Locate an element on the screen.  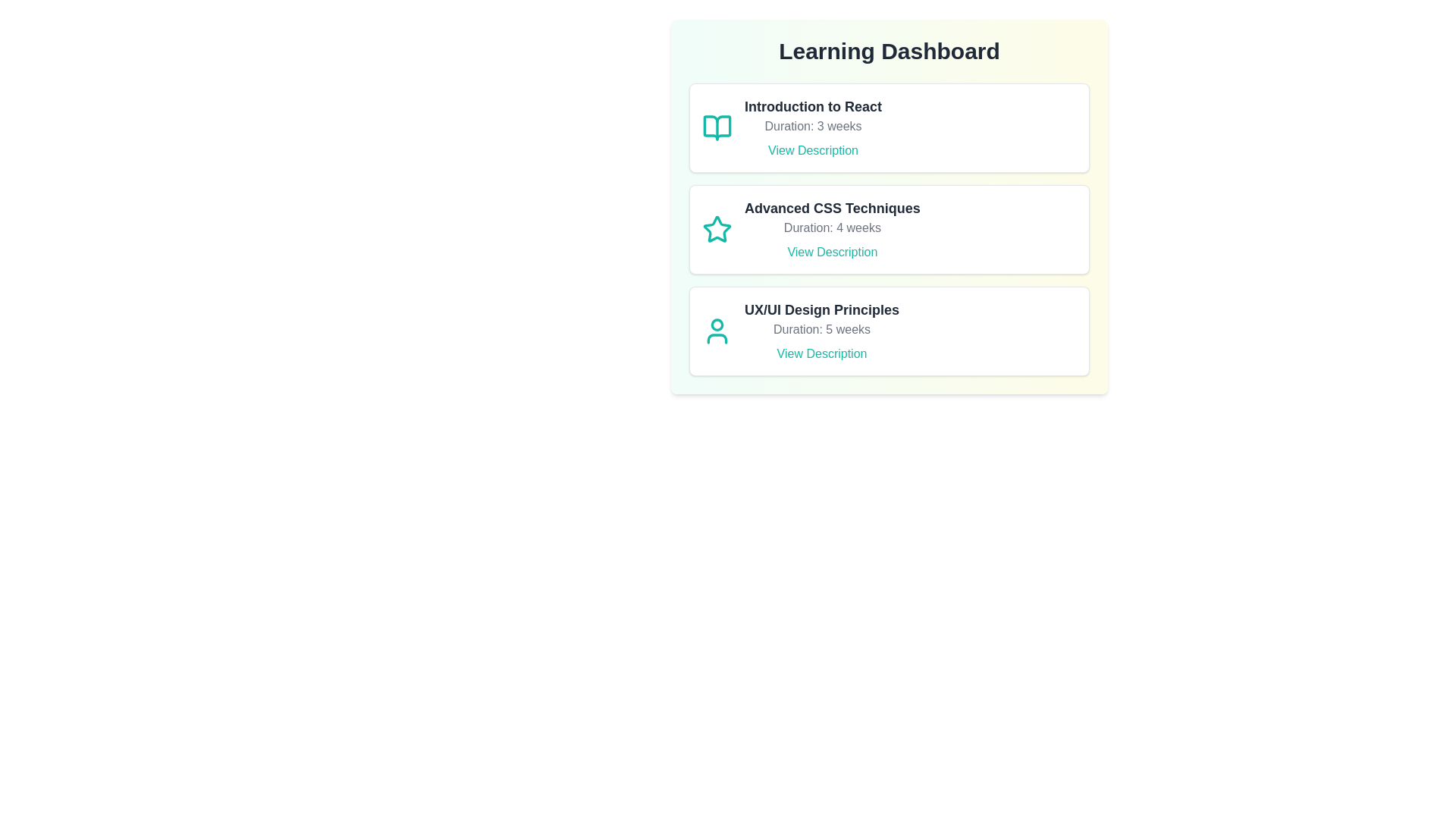
the icon of the course Advanced CSS Techniques is located at coordinates (716, 230).